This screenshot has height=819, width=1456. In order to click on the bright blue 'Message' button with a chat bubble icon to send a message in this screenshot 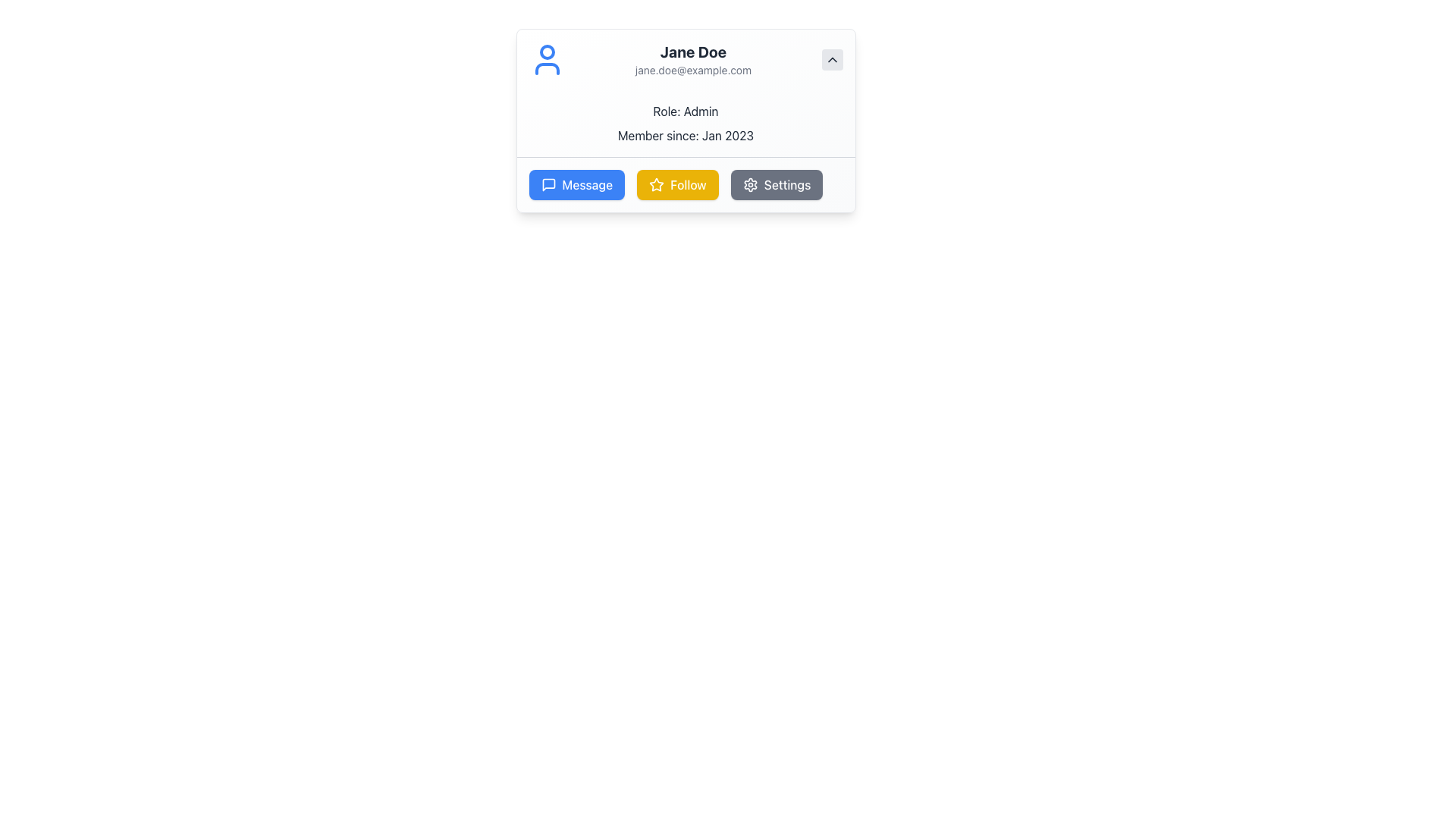, I will do `click(576, 184)`.